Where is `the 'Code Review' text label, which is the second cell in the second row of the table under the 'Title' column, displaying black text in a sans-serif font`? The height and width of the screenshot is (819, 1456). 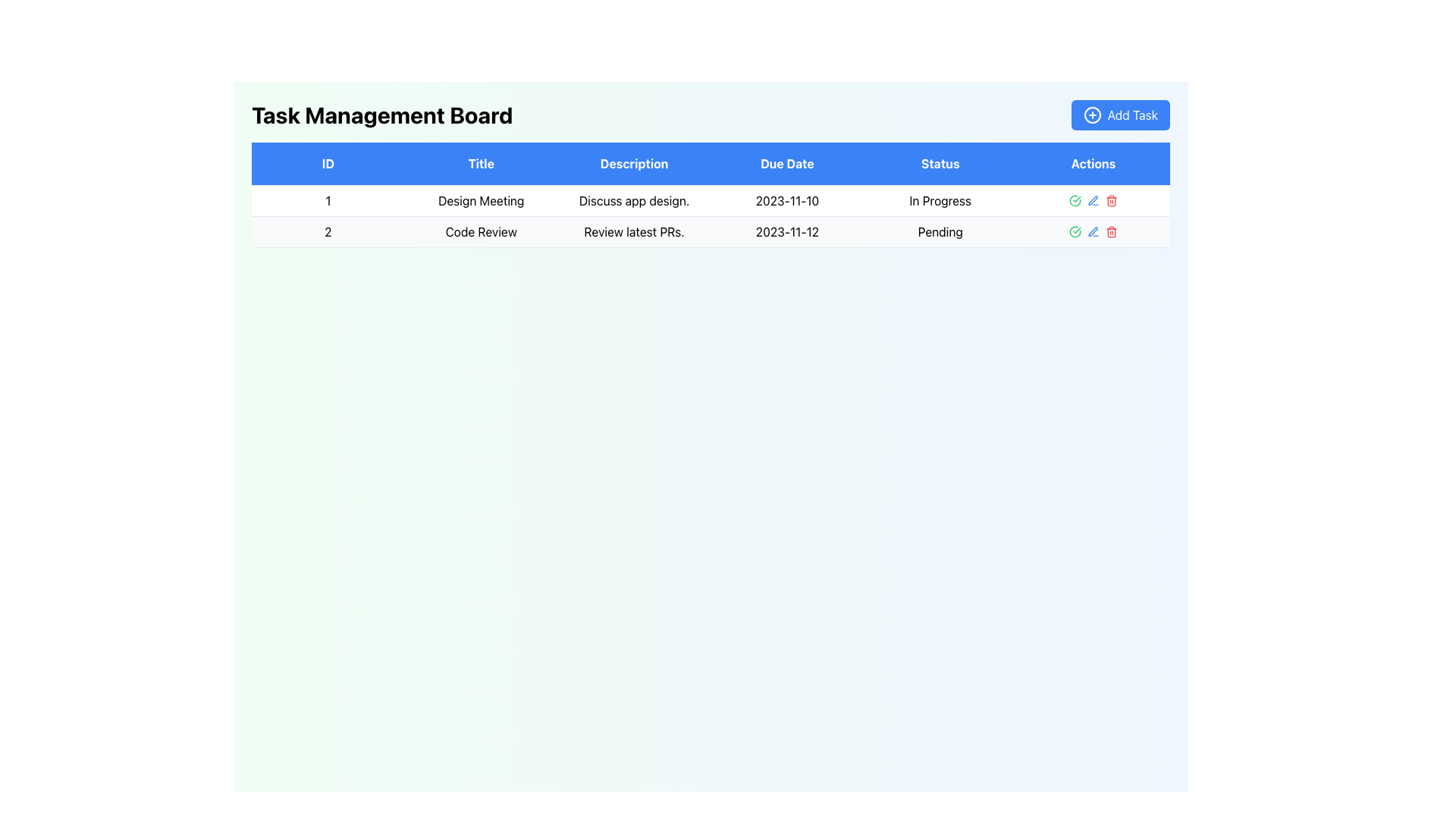
the 'Code Review' text label, which is the second cell in the second row of the table under the 'Title' column, displaying black text in a sans-serif font is located at coordinates (480, 231).